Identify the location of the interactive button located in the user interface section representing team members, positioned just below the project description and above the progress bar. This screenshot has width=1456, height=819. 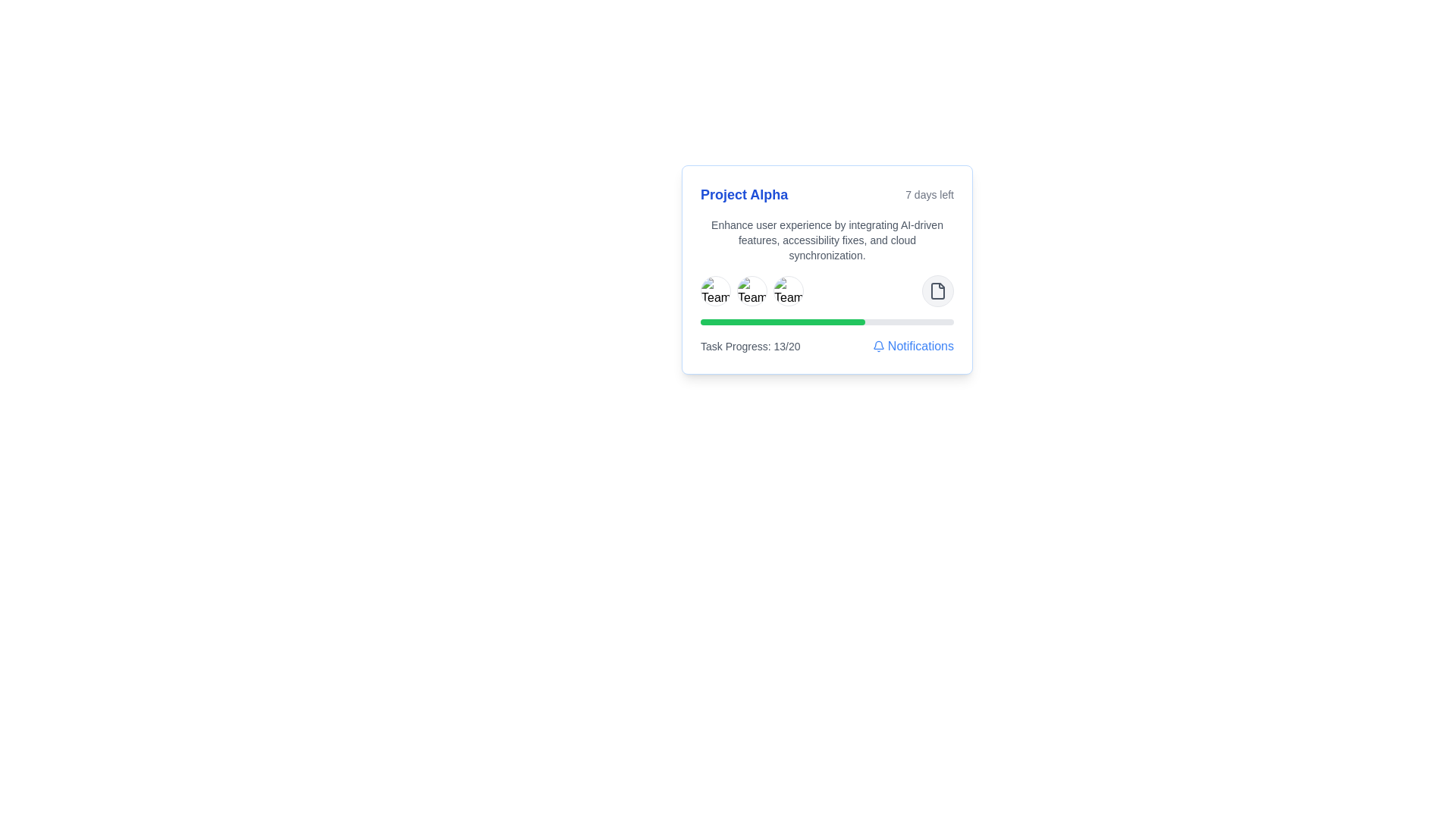
(826, 291).